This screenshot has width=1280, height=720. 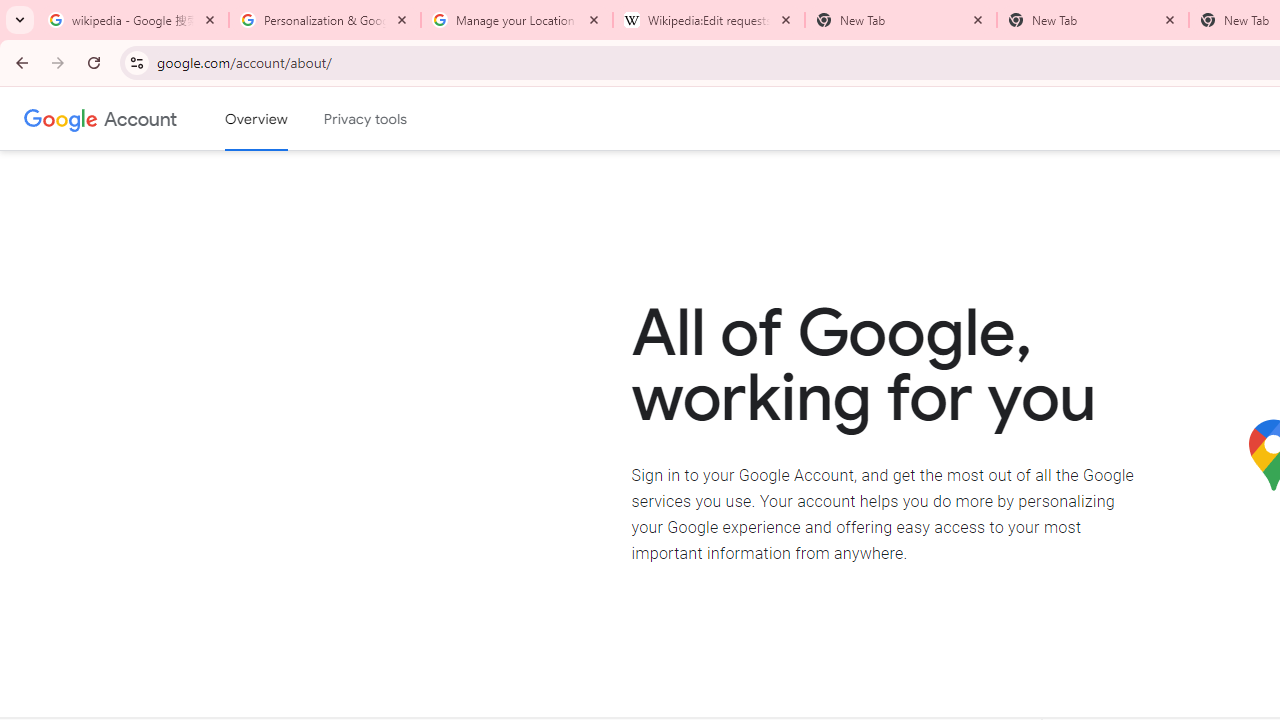 What do you see at coordinates (709, 20) in the screenshot?
I see `'Wikipedia:Edit requests - Wikipedia'` at bounding box center [709, 20].